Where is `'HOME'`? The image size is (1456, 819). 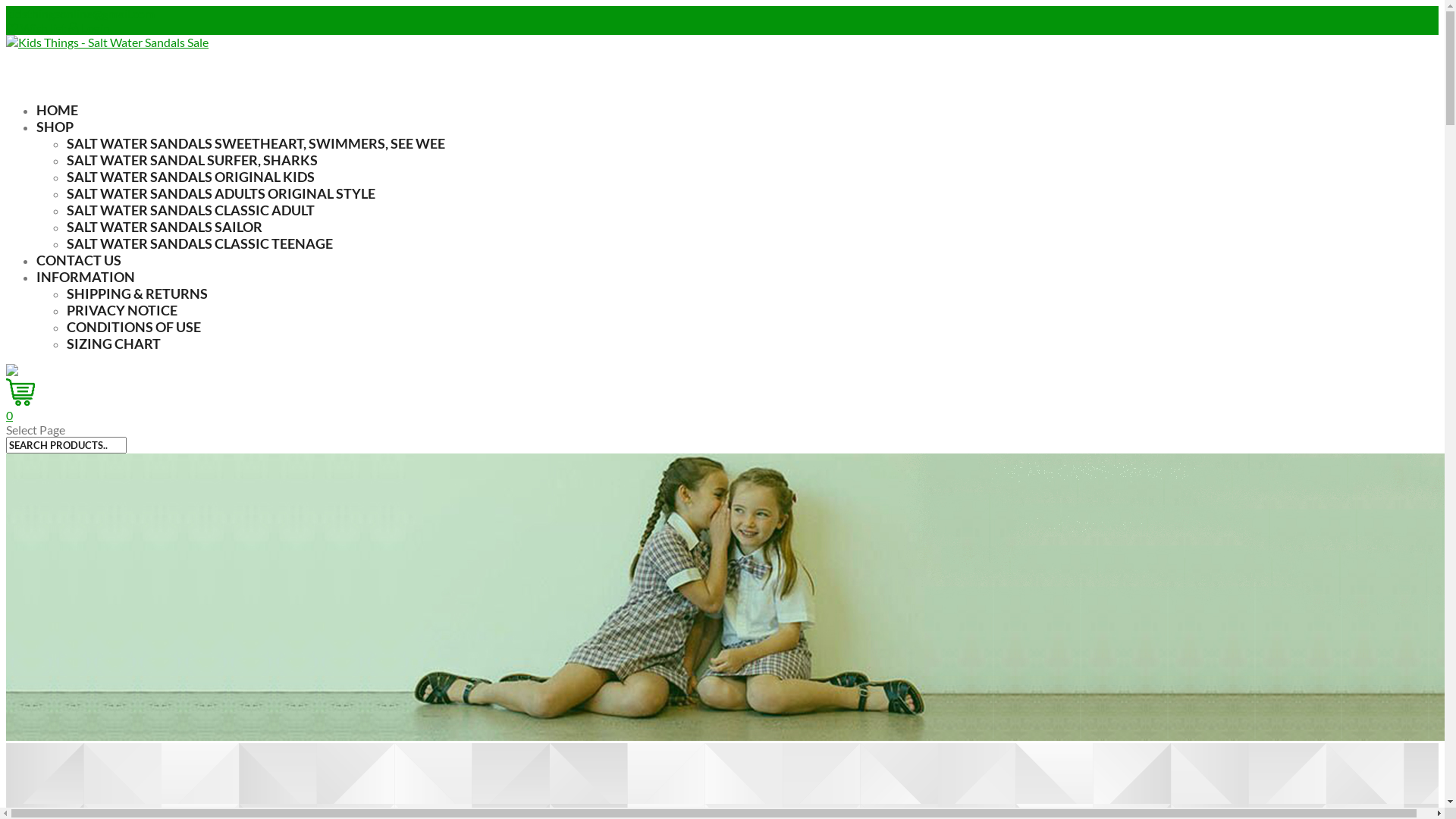 'HOME' is located at coordinates (36, 109).